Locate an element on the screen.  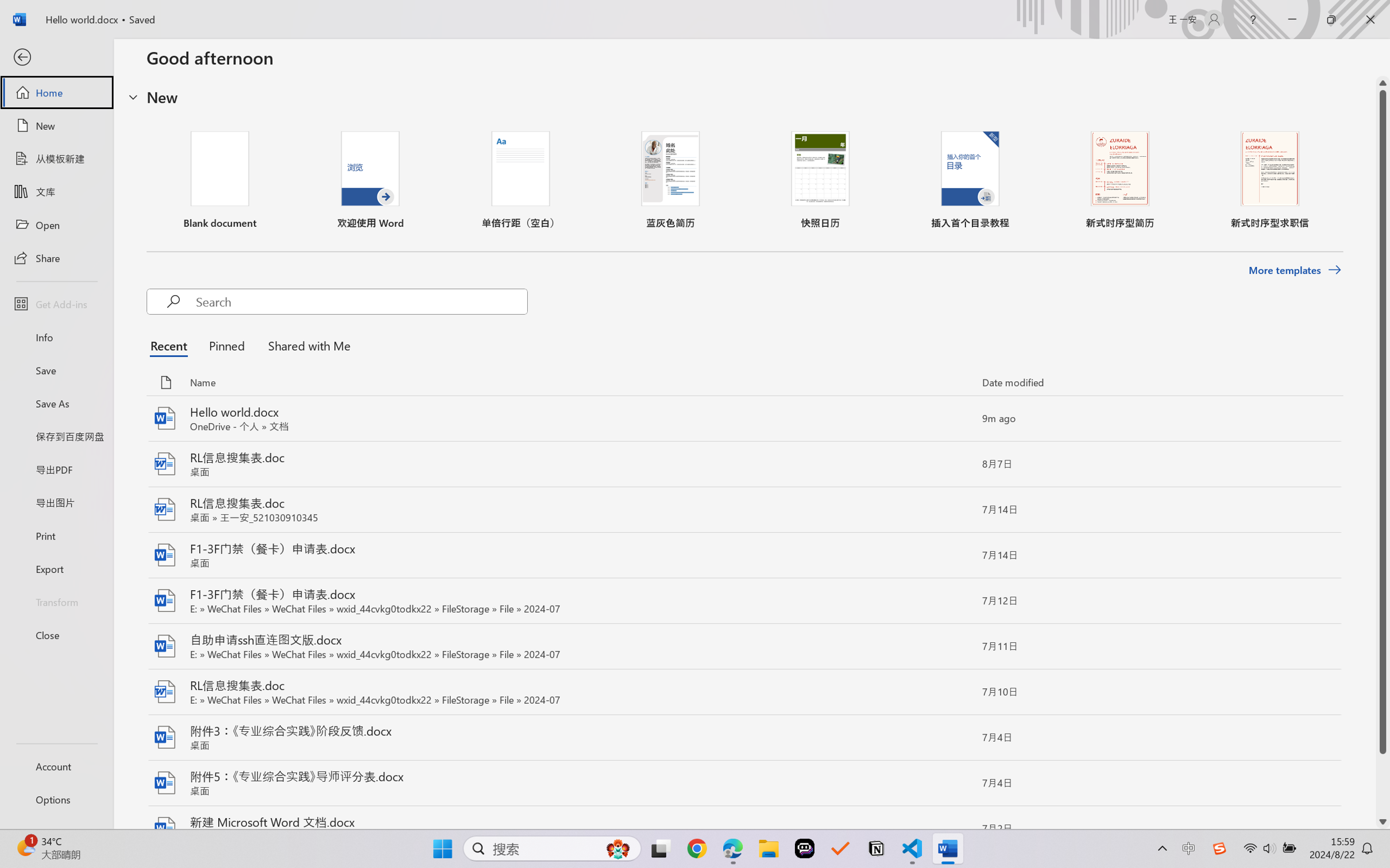
'Transform' is located at coordinates (56, 600).